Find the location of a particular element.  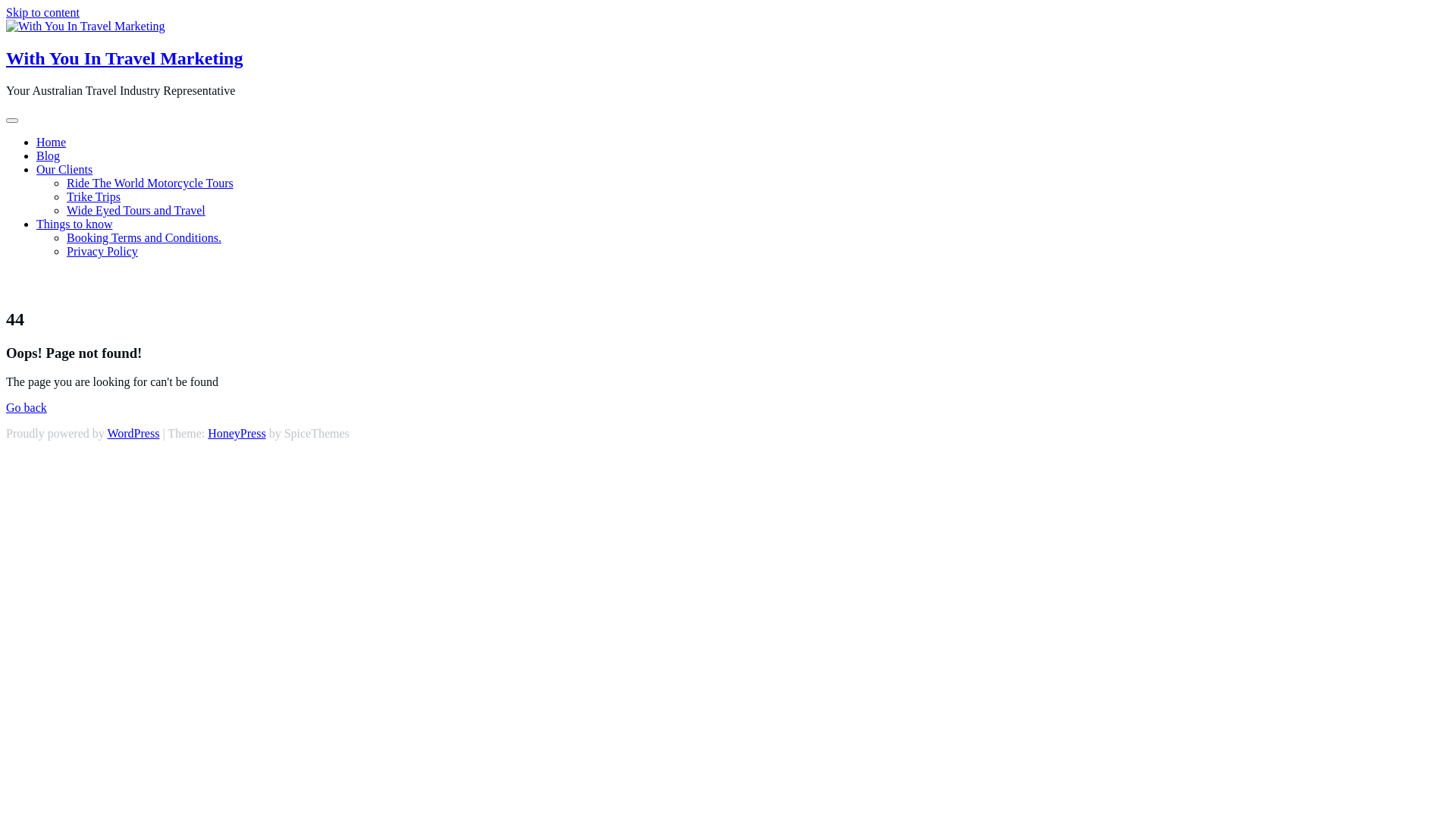

'Privacy Policy' is located at coordinates (101, 250).